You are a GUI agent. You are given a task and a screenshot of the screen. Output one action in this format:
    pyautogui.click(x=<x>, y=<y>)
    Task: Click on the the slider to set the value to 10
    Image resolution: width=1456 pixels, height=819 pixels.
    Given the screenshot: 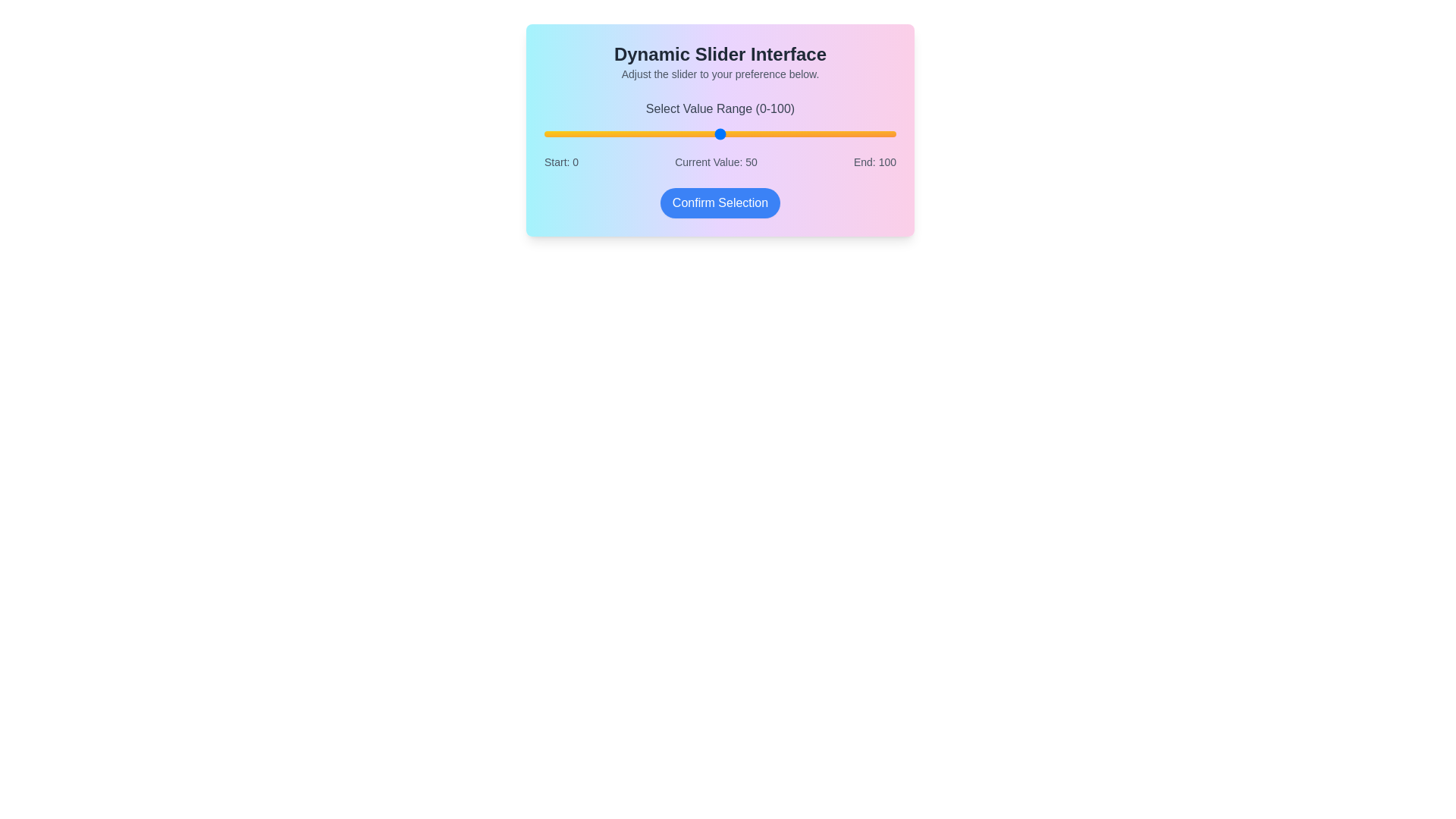 What is the action you would take?
    pyautogui.click(x=579, y=133)
    